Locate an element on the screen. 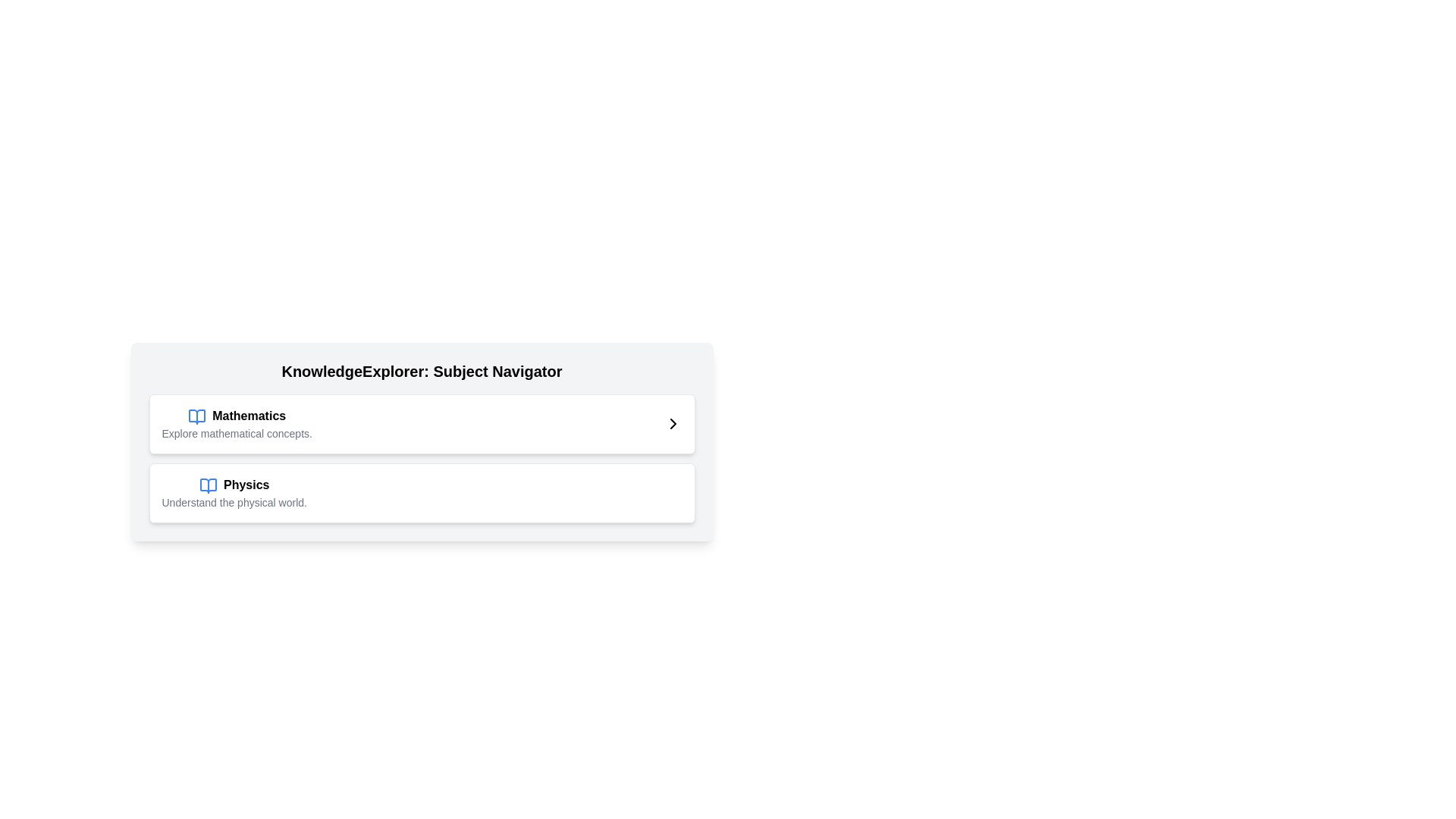 The width and height of the screenshot is (1456, 819). the open book icon in the Mathematics navigation card, which is distinguished by its blue hue and is the first item in the icon group is located at coordinates (196, 416).